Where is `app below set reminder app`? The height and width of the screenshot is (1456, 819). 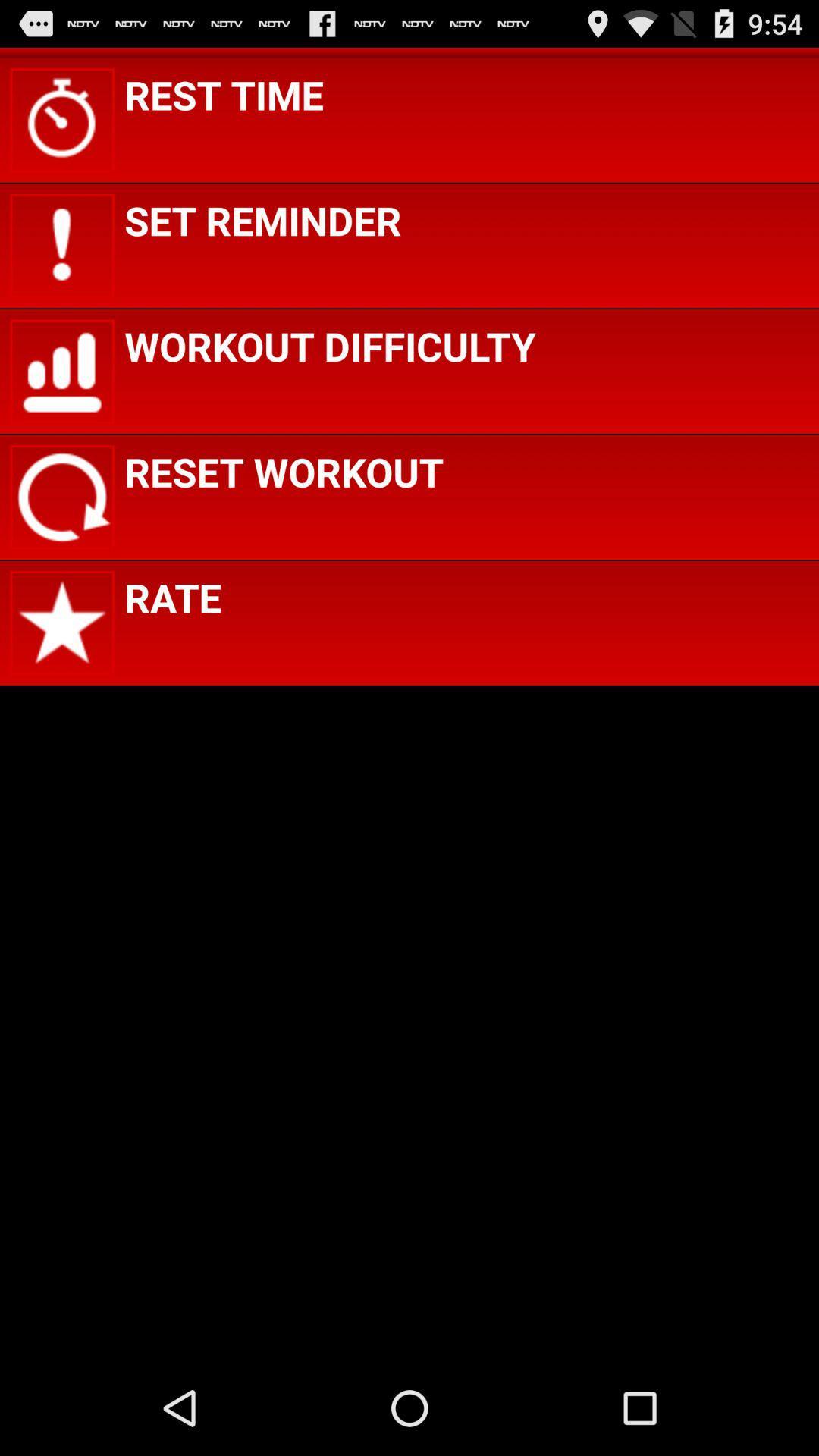 app below set reminder app is located at coordinates (329, 345).